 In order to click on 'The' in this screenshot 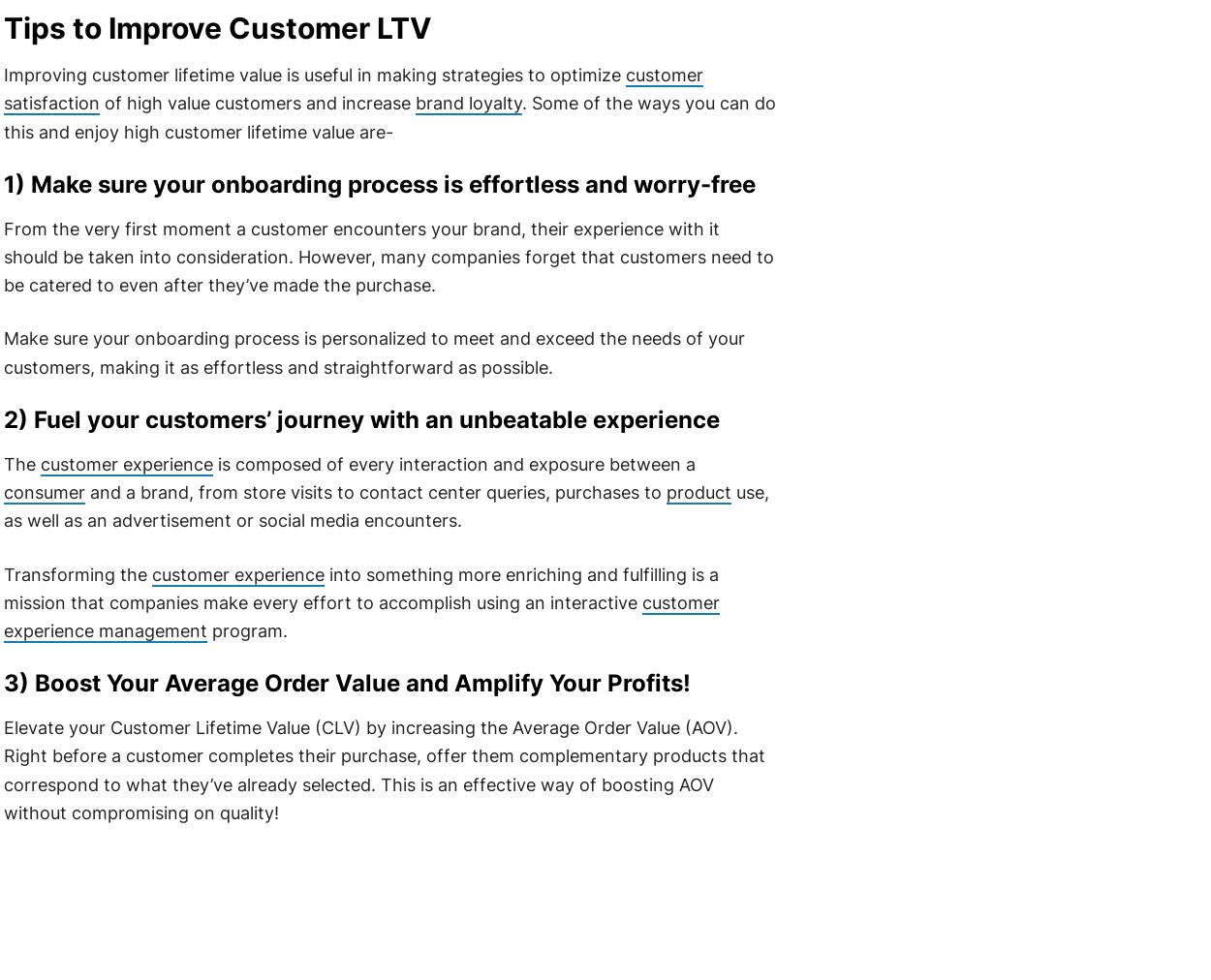, I will do `click(21, 463)`.